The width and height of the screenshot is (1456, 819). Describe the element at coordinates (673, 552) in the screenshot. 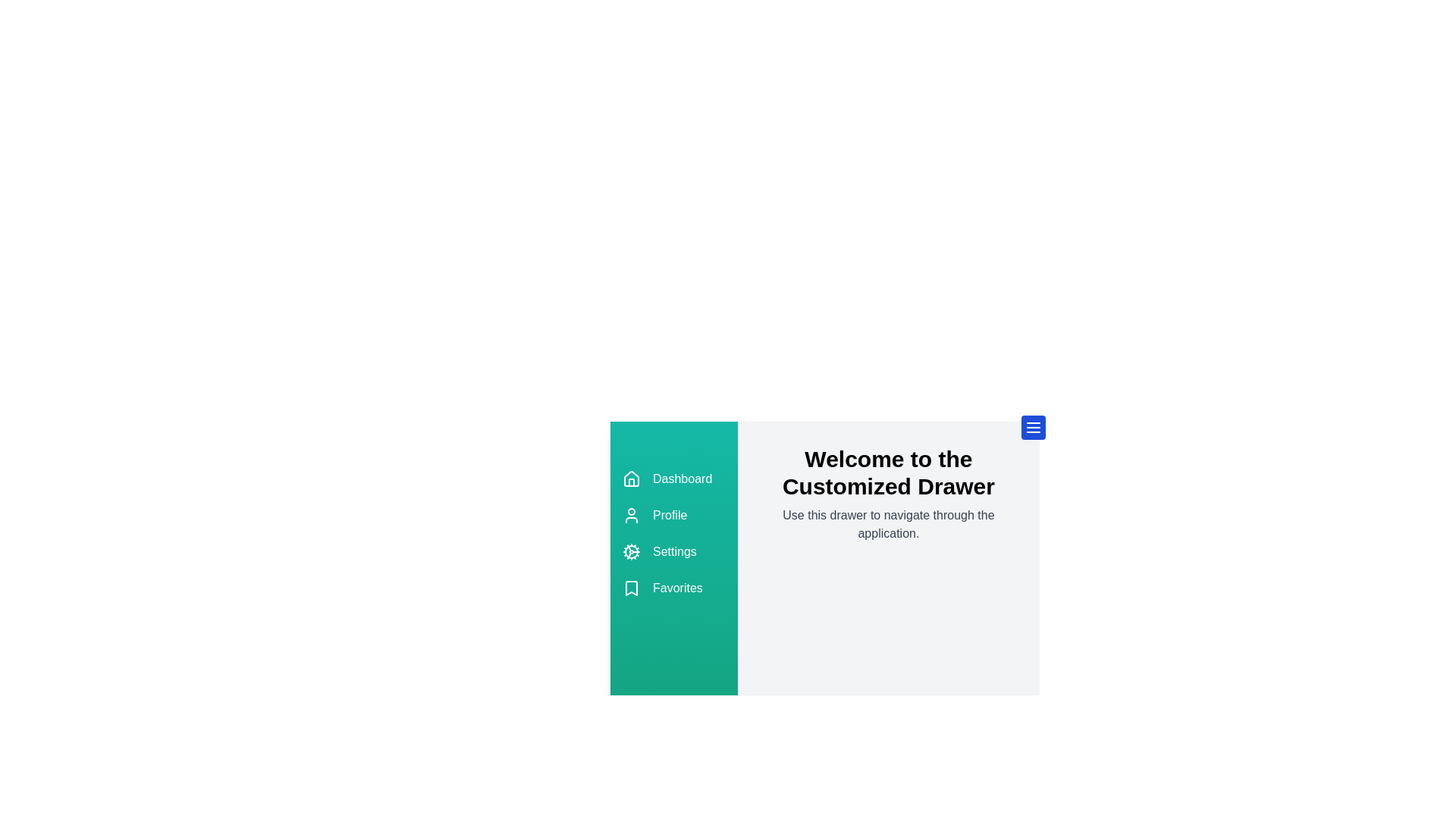

I see `the 'Settings' menu item in the drawer` at that location.